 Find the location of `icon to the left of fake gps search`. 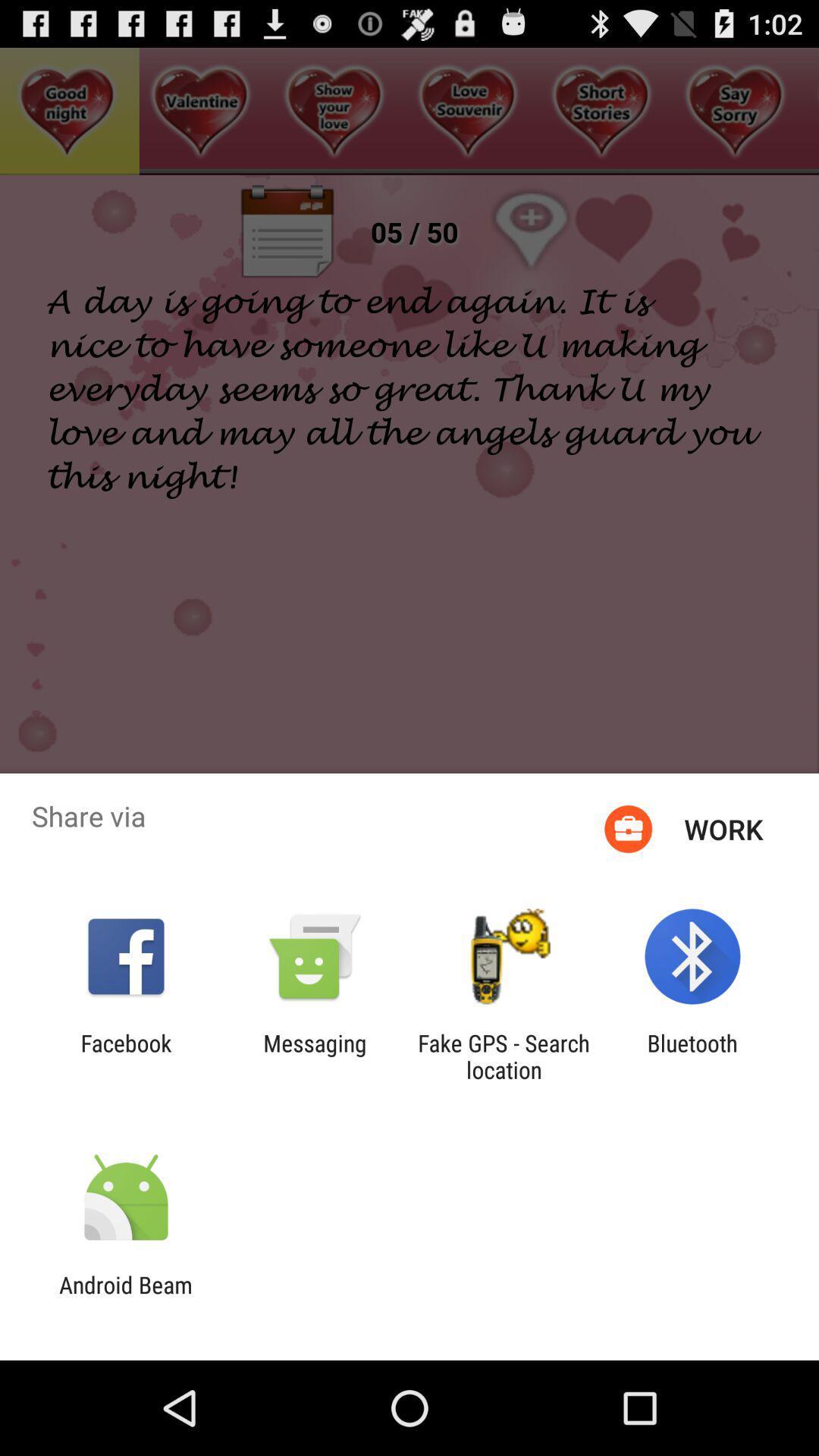

icon to the left of fake gps search is located at coordinates (314, 1056).